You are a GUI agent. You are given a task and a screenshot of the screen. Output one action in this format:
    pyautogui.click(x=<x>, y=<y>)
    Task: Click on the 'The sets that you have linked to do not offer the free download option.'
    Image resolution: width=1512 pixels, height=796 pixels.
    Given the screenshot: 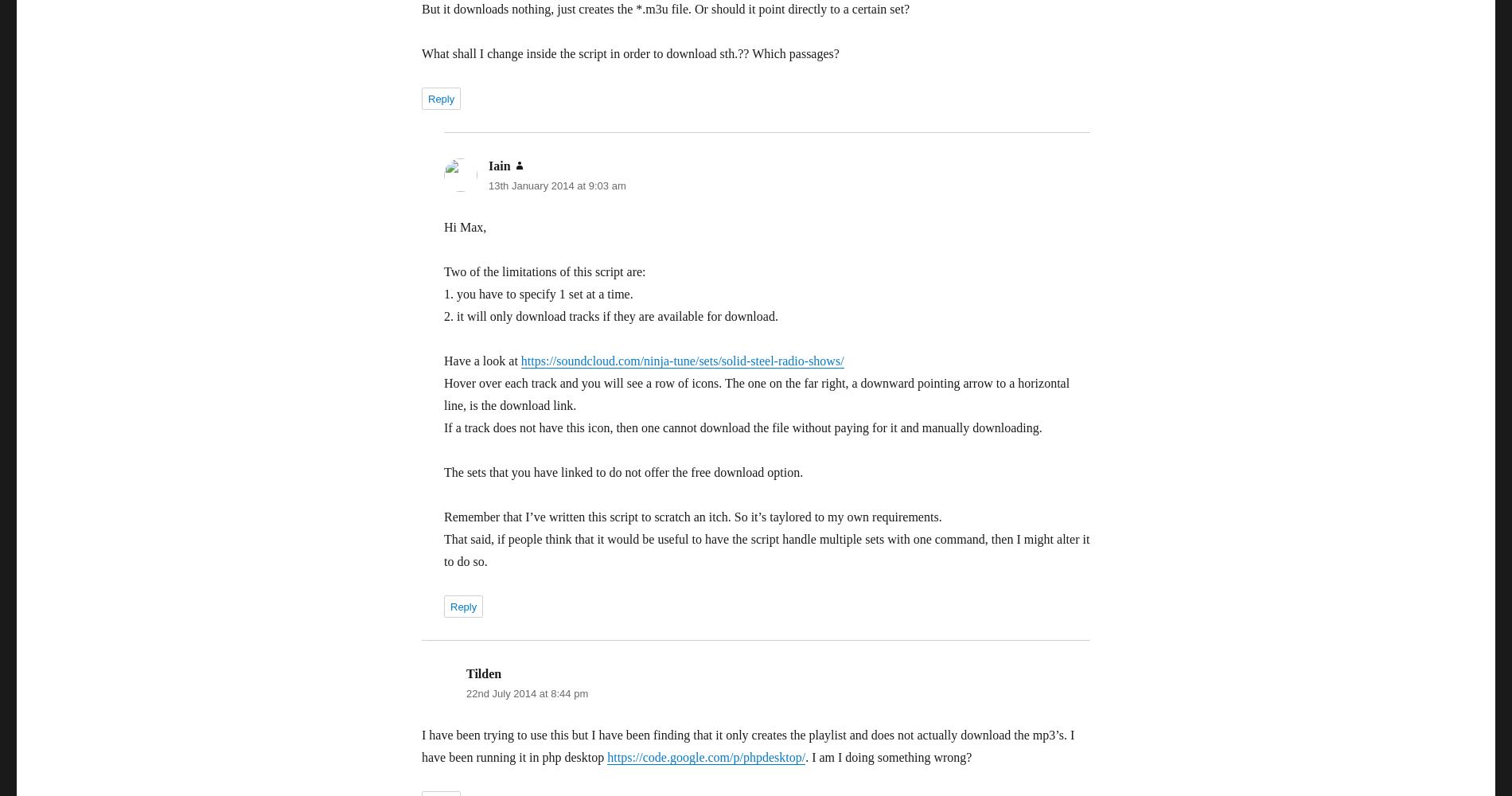 What is the action you would take?
    pyautogui.click(x=622, y=471)
    